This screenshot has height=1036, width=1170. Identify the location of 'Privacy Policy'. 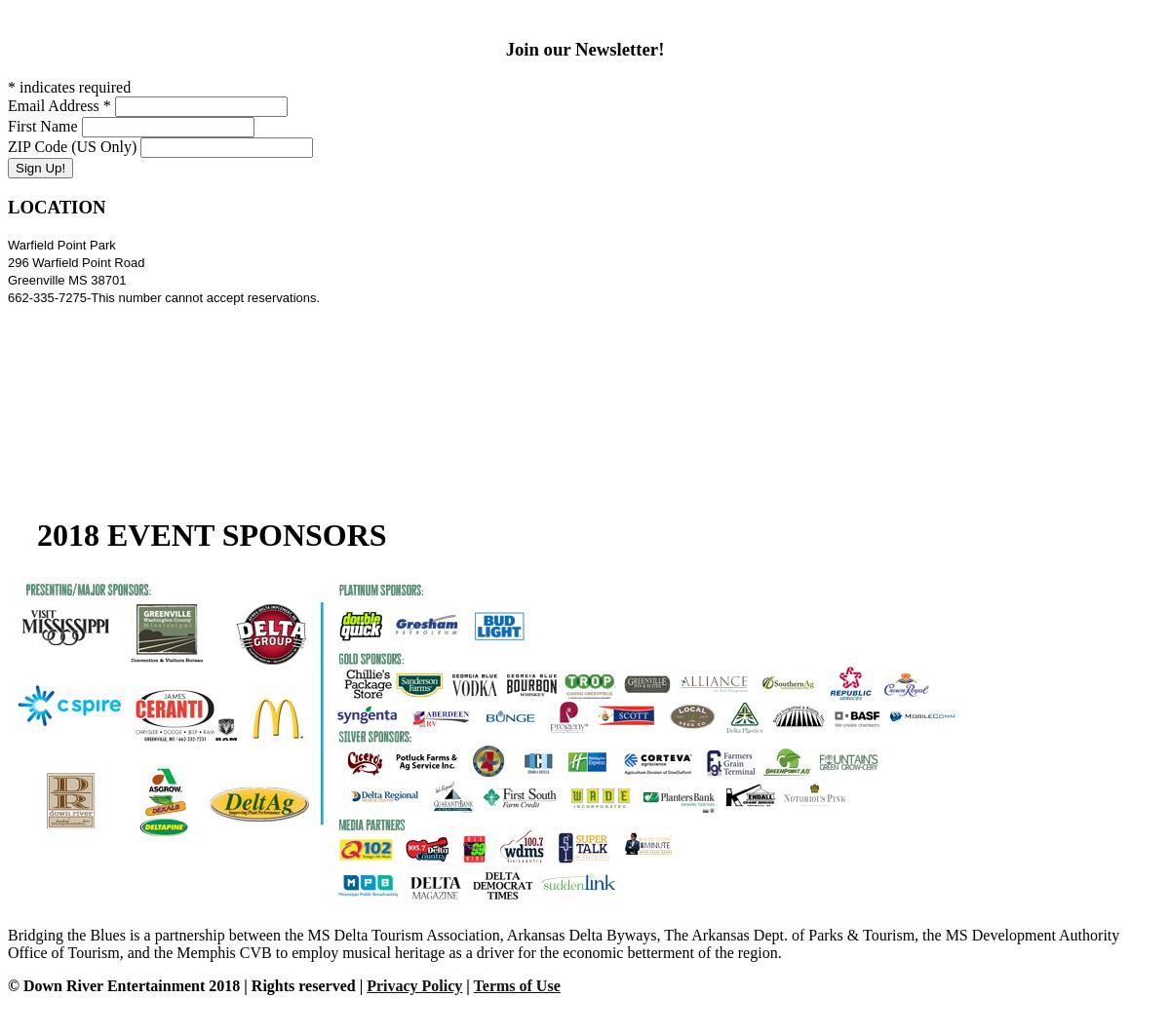
(414, 984).